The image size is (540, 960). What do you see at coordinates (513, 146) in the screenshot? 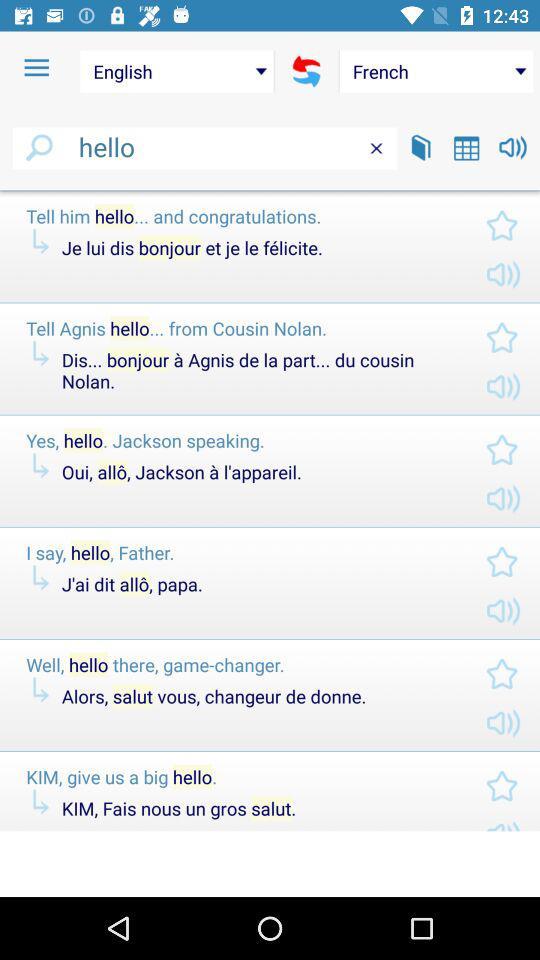
I see `play` at bounding box center [513, 146].